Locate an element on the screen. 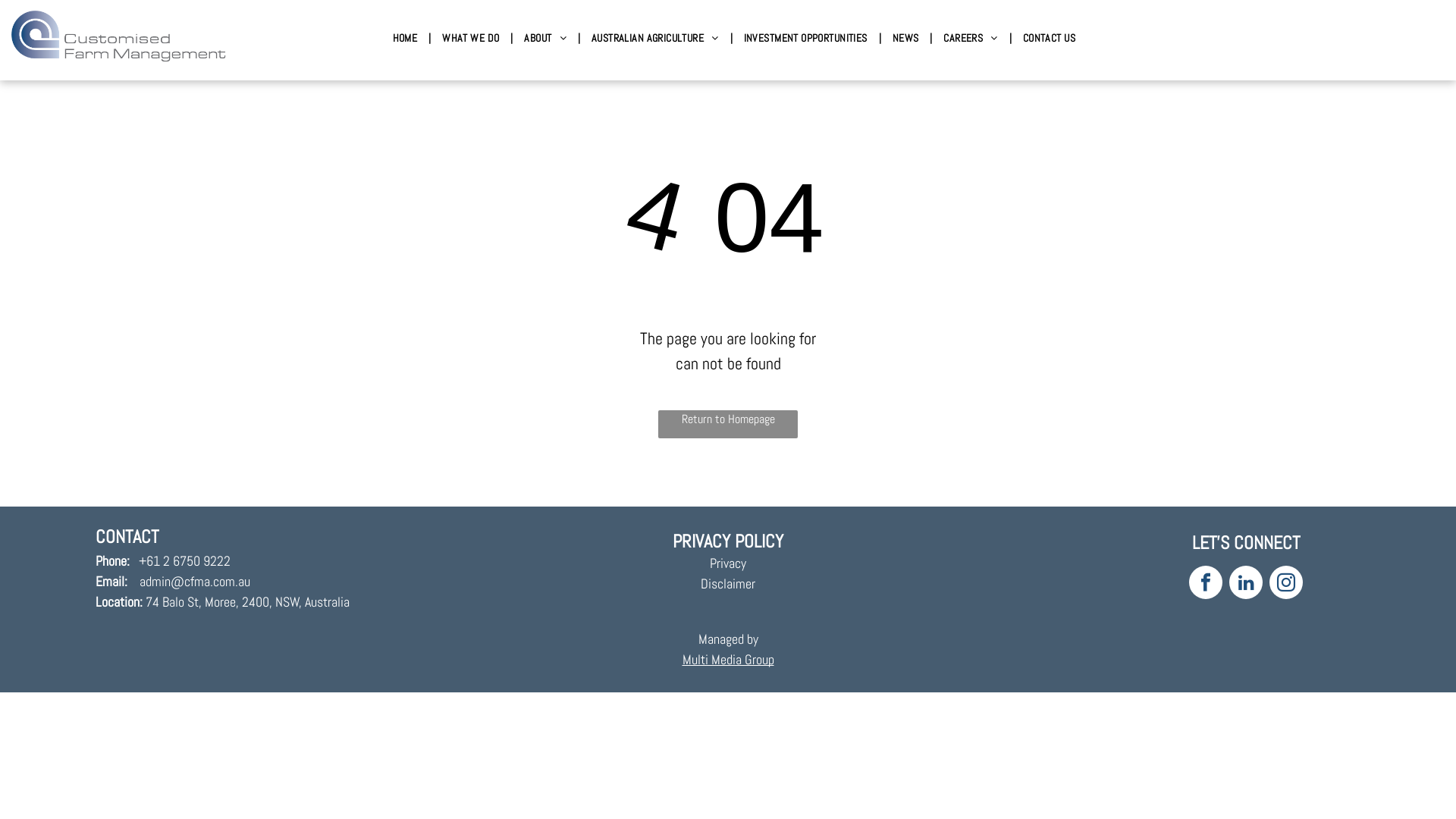 The height and width of the screenshot is (819, 1456). 'INVESTMENT OPPORTUNITIES' is located at coordinates (805, 38).